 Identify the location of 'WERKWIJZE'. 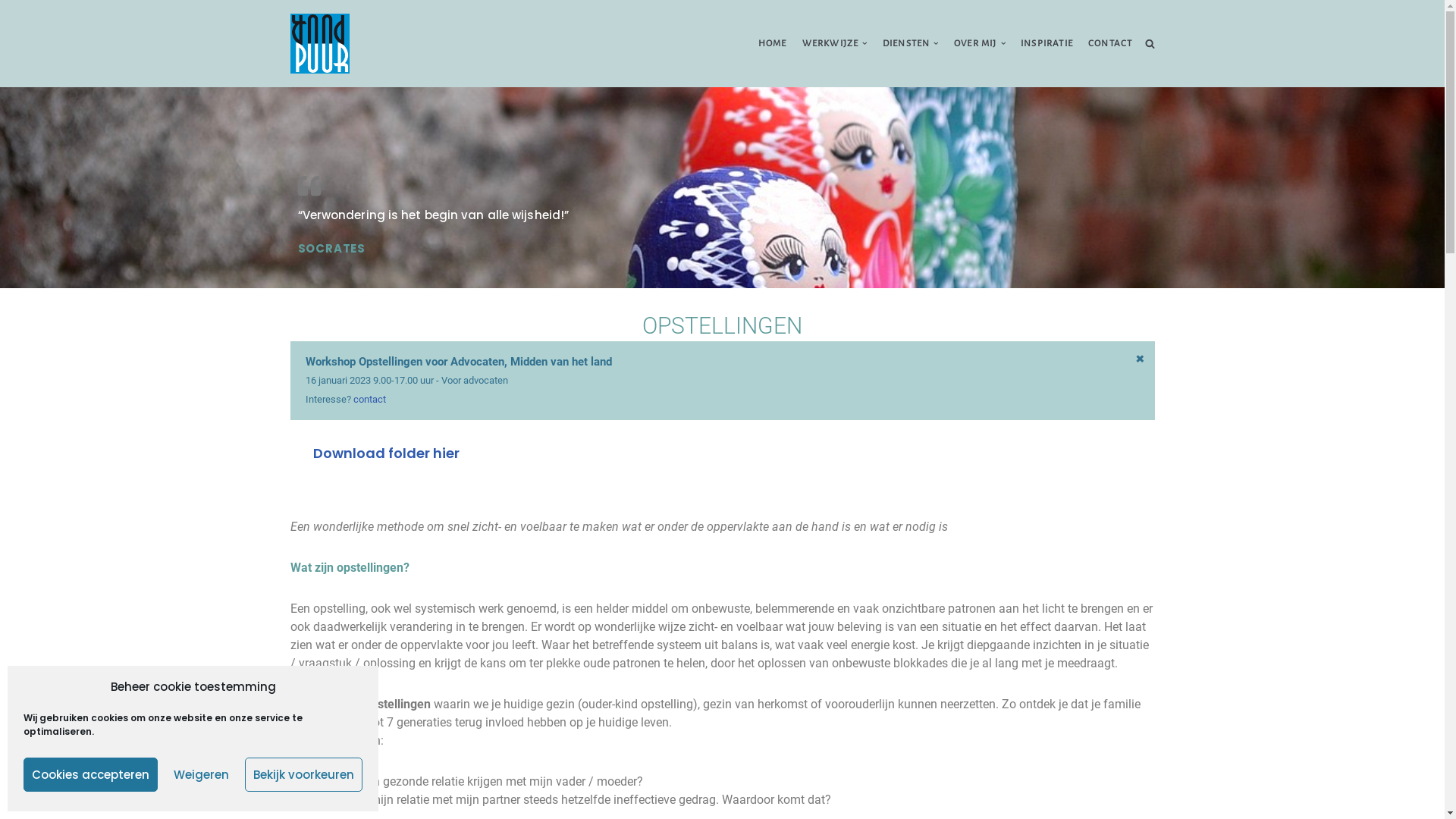
(830, 42).